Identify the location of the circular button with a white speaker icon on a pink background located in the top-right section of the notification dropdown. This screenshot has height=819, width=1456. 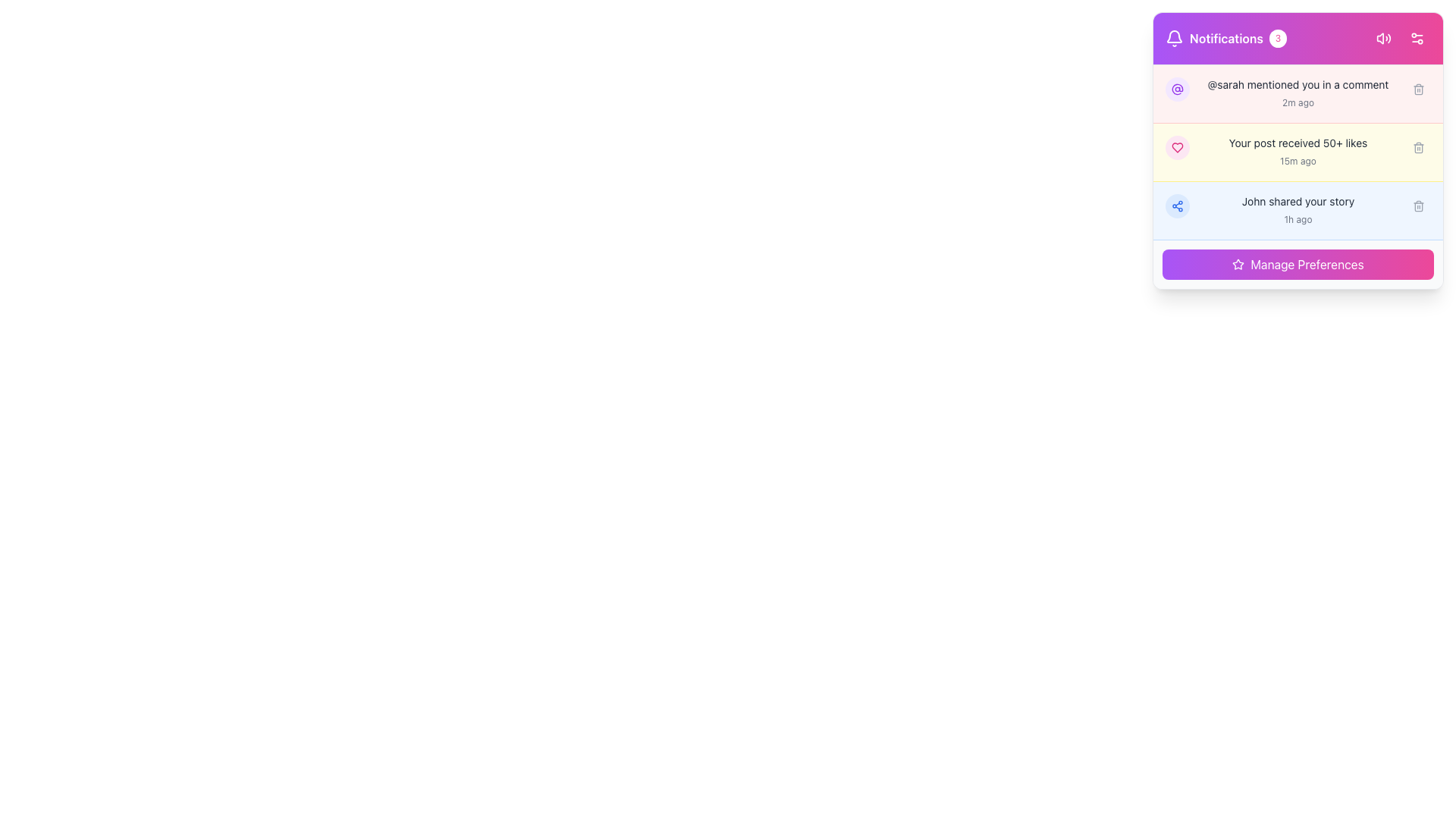
(1383, 37).